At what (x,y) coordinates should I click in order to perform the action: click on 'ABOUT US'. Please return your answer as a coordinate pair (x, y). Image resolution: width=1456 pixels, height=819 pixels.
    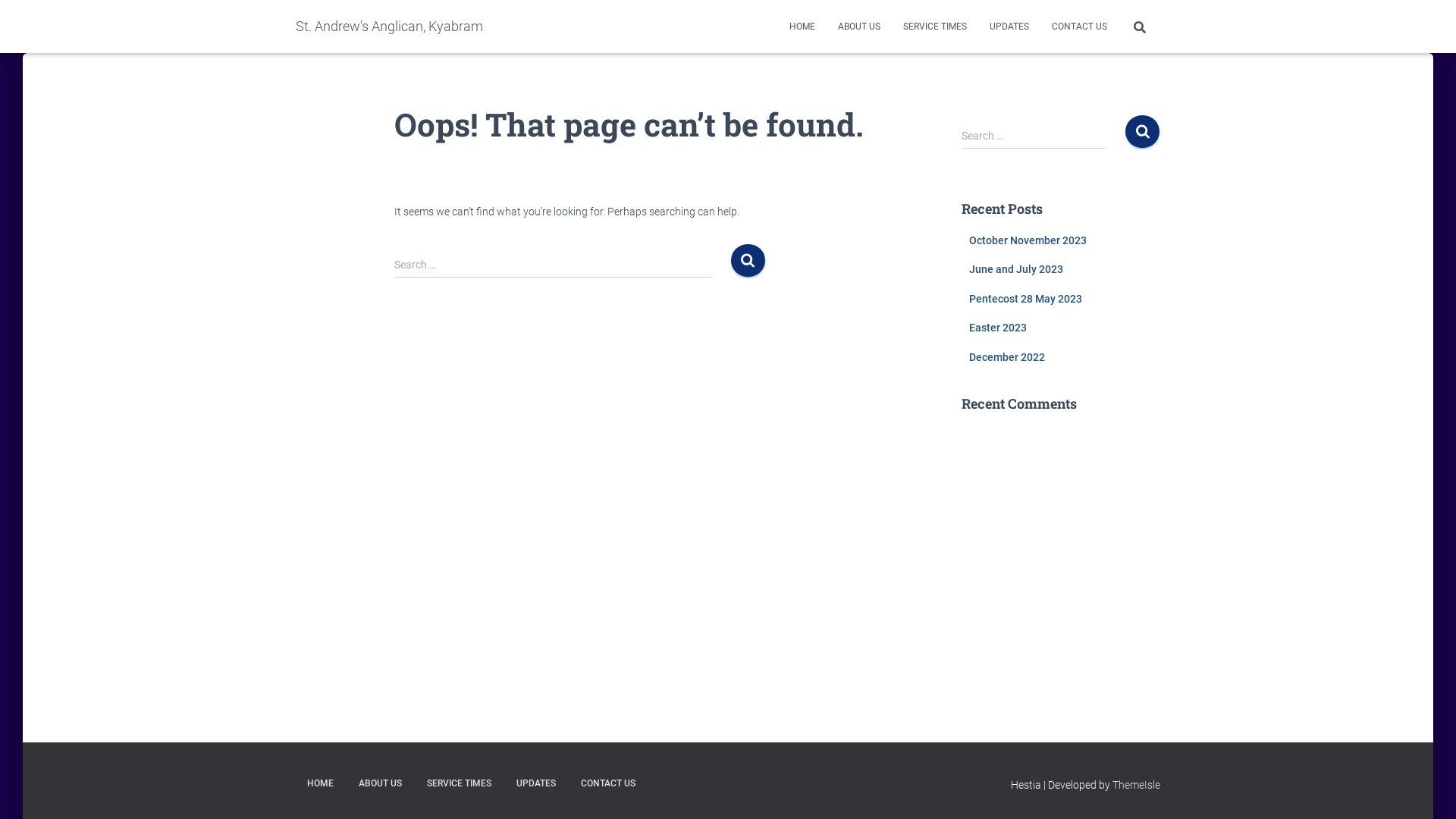
    Looking at the image, I should click on (858, 26).